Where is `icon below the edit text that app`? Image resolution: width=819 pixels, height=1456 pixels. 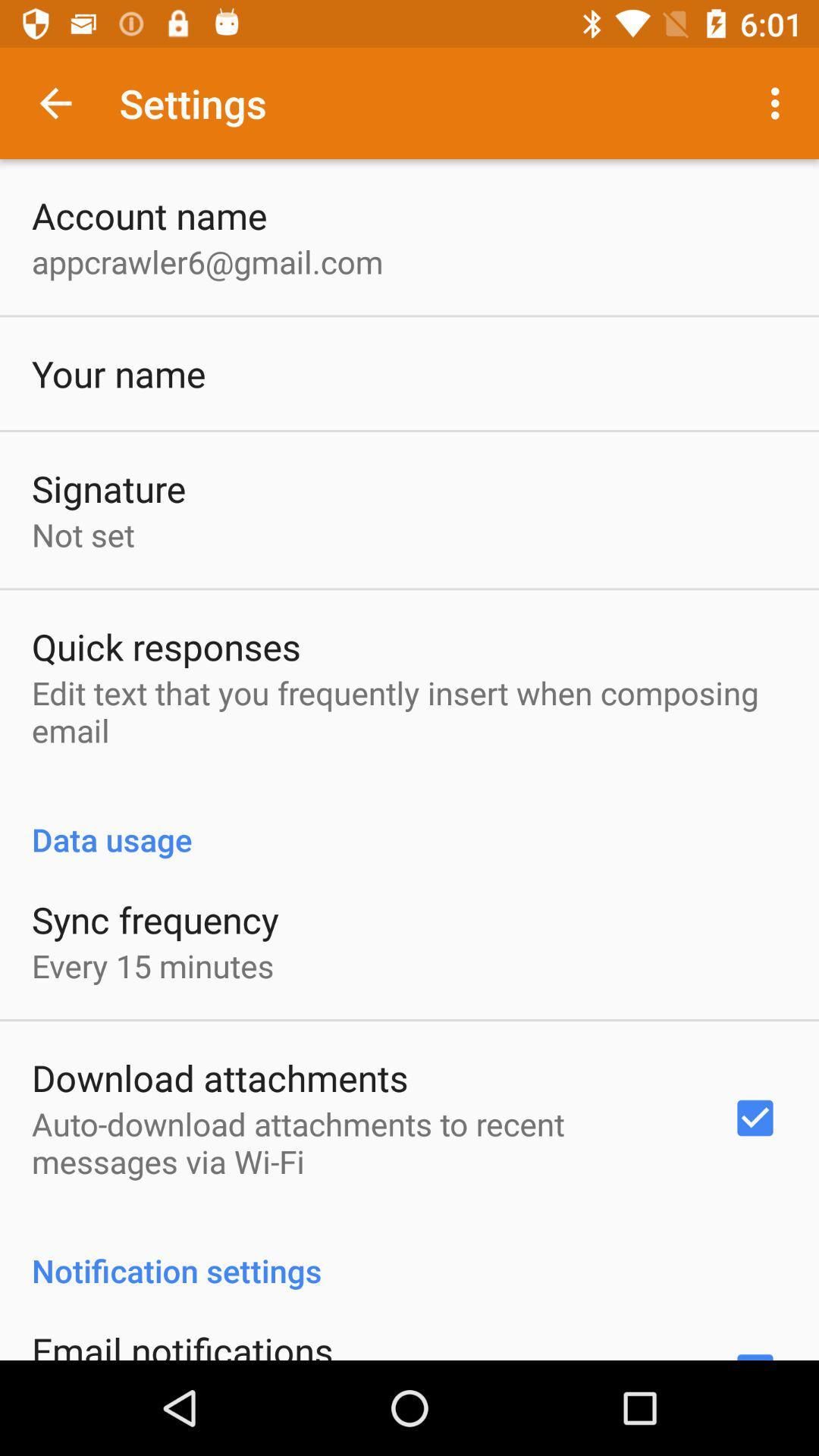 icon below the edit text that app is located at coordinates (409, 822).